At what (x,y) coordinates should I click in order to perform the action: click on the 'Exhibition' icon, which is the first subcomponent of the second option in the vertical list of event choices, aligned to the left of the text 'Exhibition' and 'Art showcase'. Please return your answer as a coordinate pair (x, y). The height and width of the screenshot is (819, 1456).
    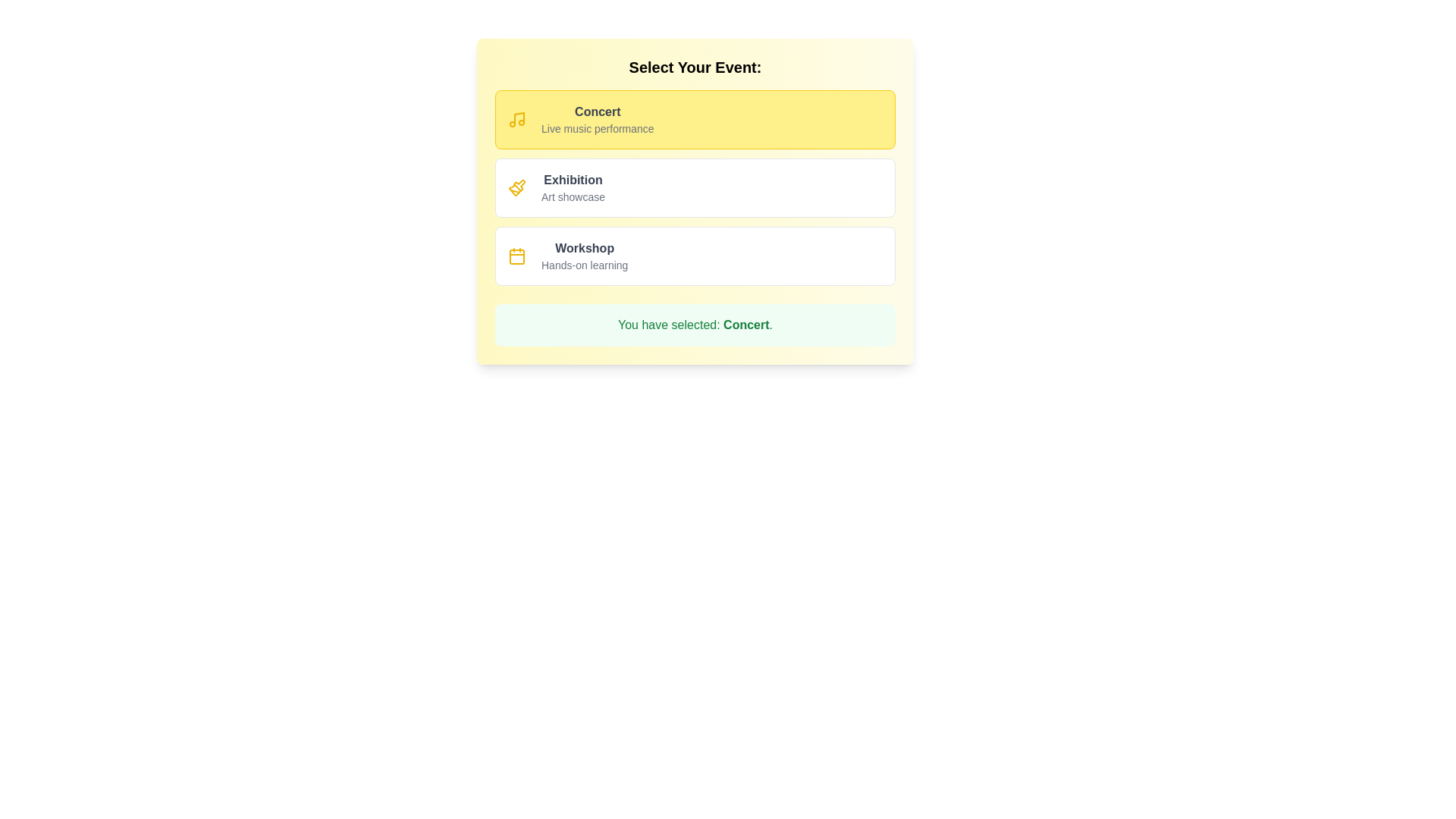
    Looking at the image, I should click on (520, 187).